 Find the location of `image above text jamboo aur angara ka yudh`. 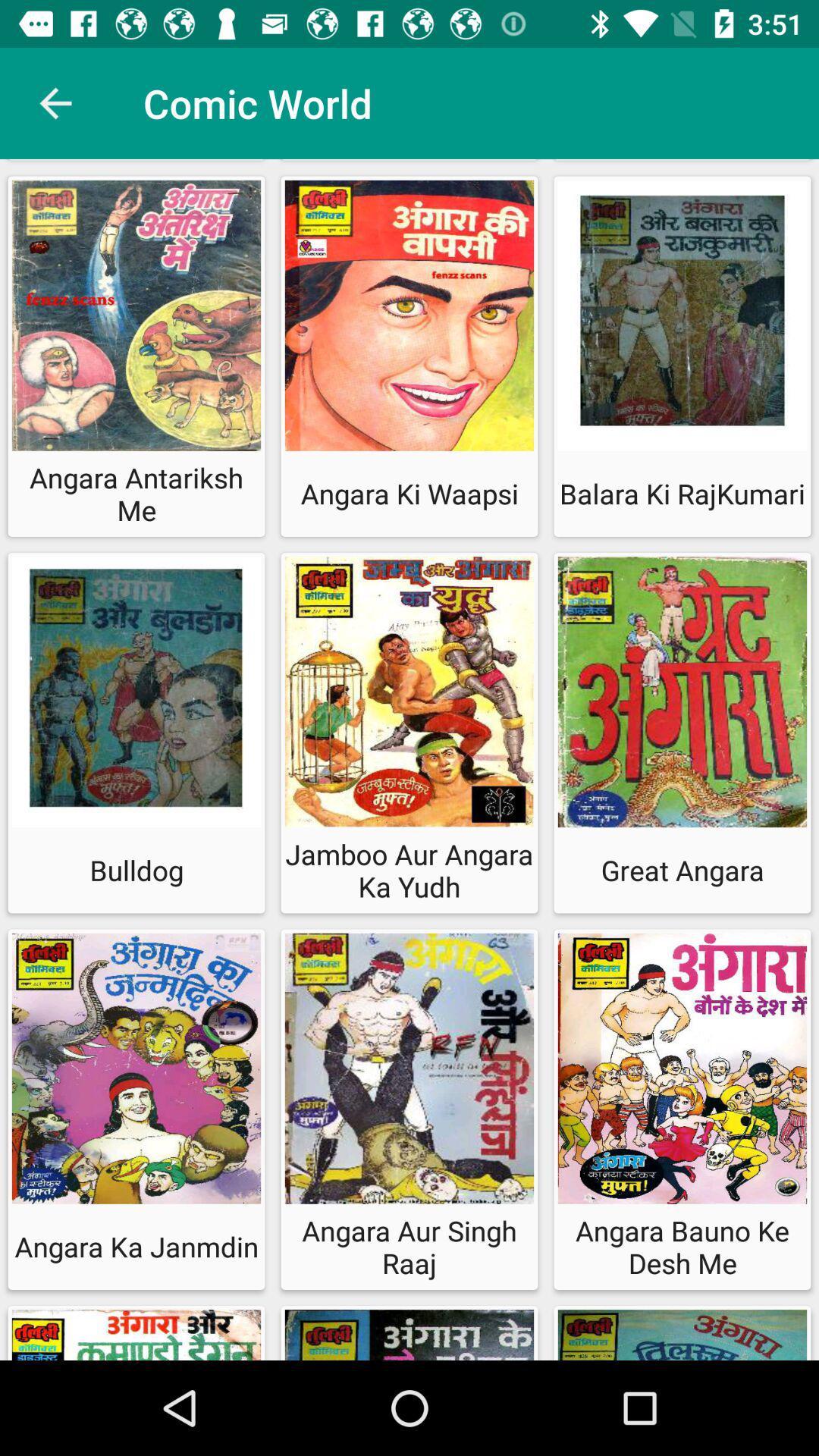

image above text jamboo aur angara ka yudh is located at coordinates (409, 695).